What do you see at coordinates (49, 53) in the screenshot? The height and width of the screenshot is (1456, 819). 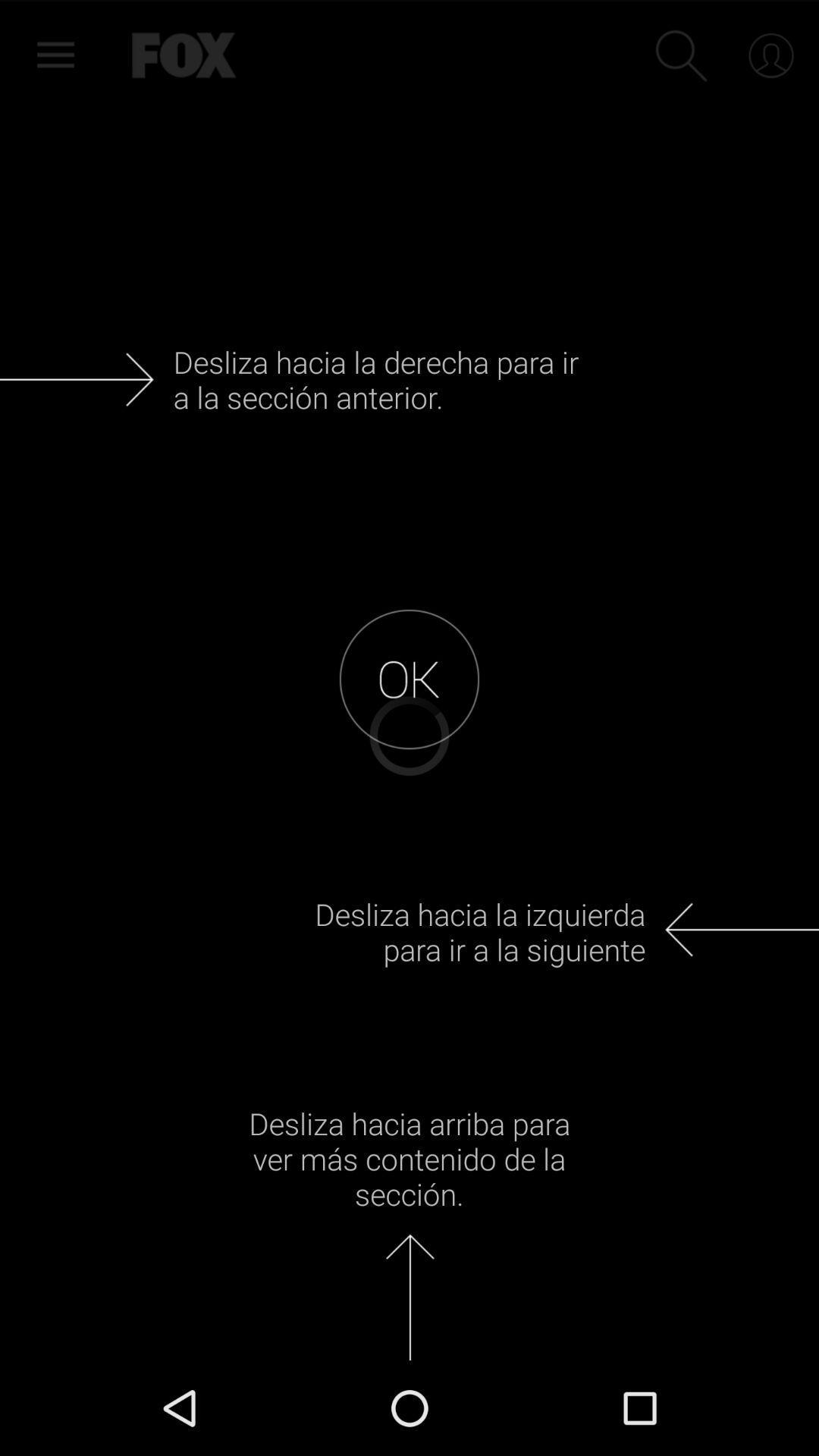 I see `the menu icon` at bounding box center [49, 53].